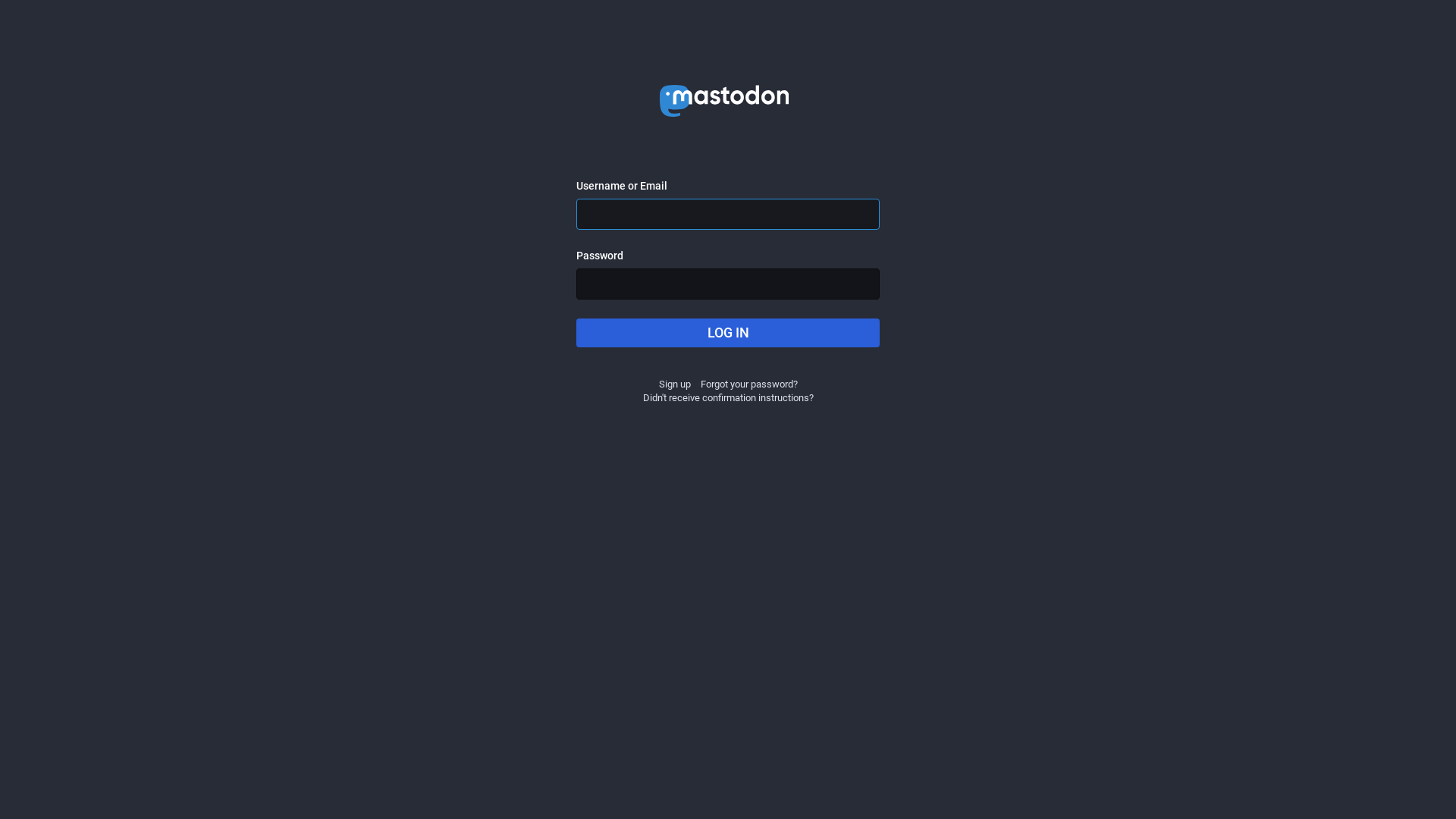 Image resolution: width=1456 pixels, height=819 pixels. What do you see at coordinates (575, 332) in the screenshot?
I see `'LOG IN'` at bounding box center [575, 332].